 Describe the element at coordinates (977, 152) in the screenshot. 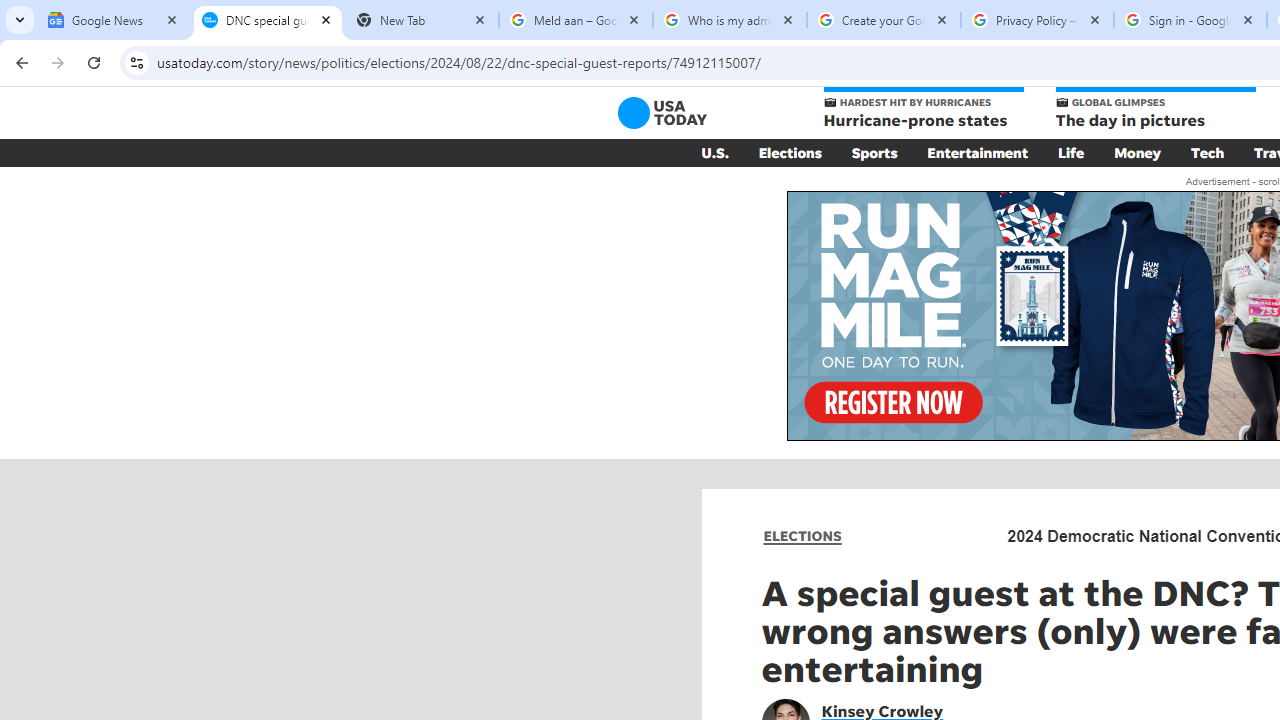

I see `'Entertainment'` at that location.